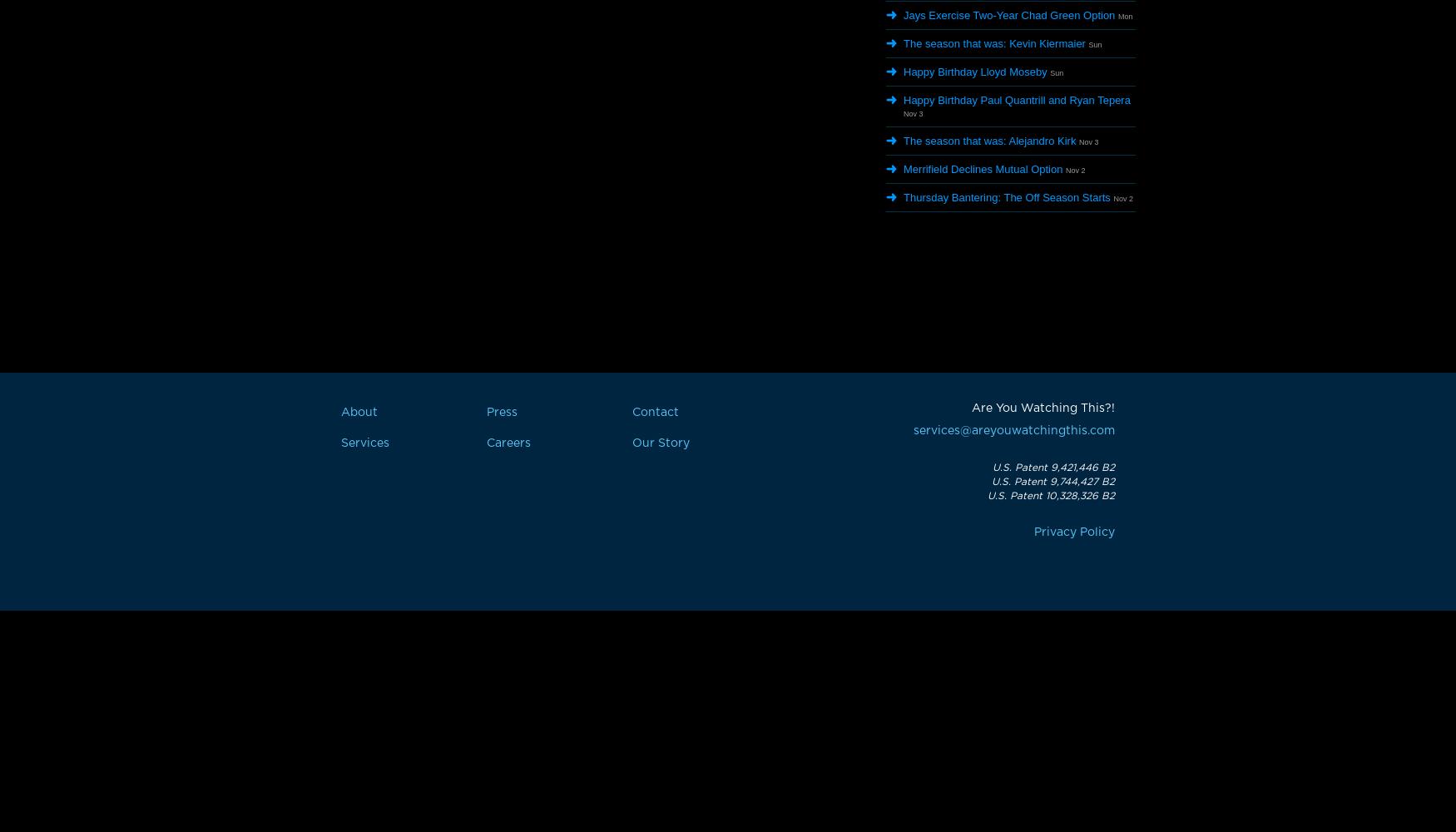 The height and width of the screenshot is (832, 1456). What do you see at coordinates (502, 412) in the screenshot?
I see `'Press'` at bounding box center [502, 412].